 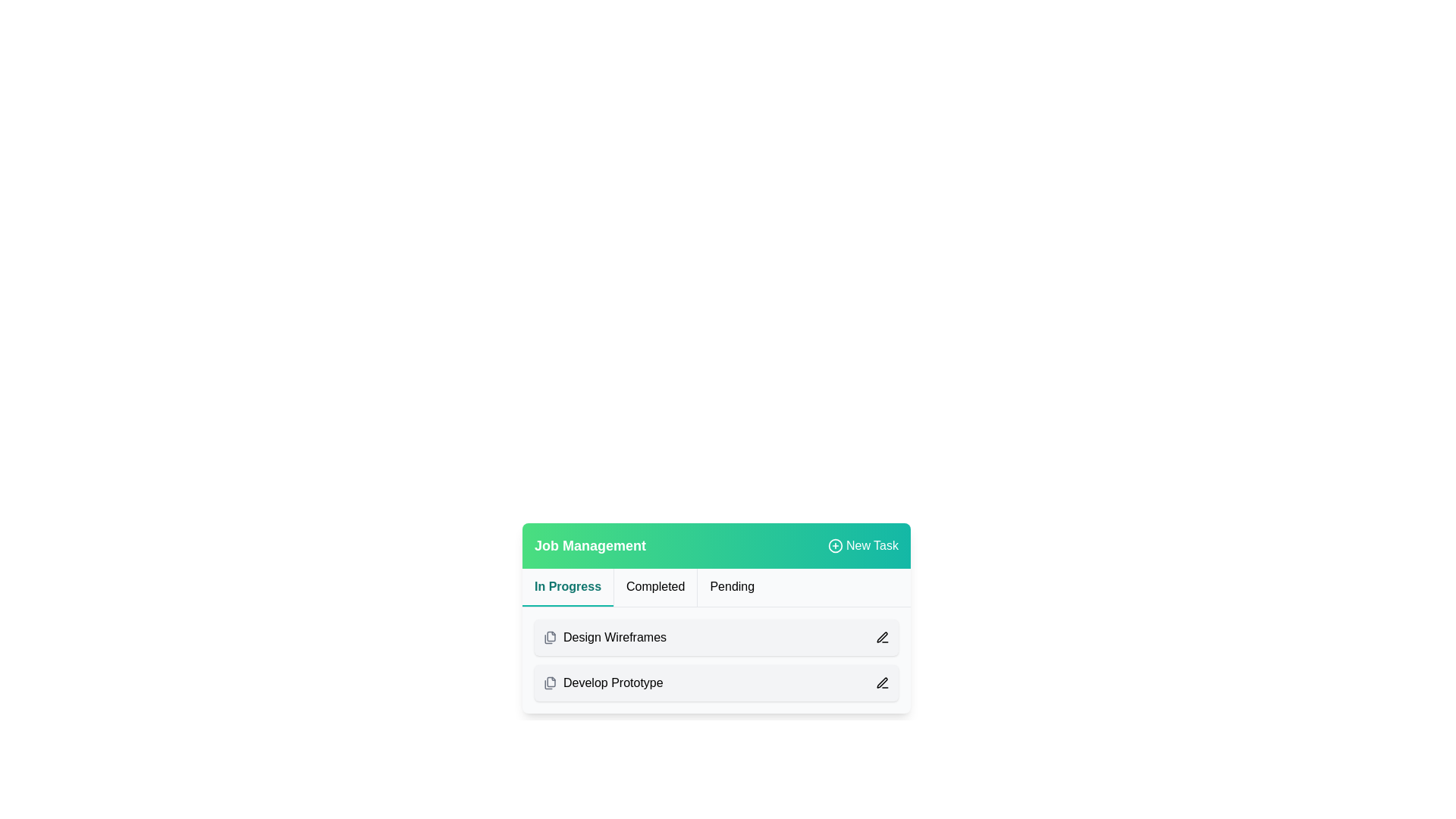 I want to click on the text label displaying 'Design Wireframes' in the task management interface under 'In Progress', so click(x=615, y=637).